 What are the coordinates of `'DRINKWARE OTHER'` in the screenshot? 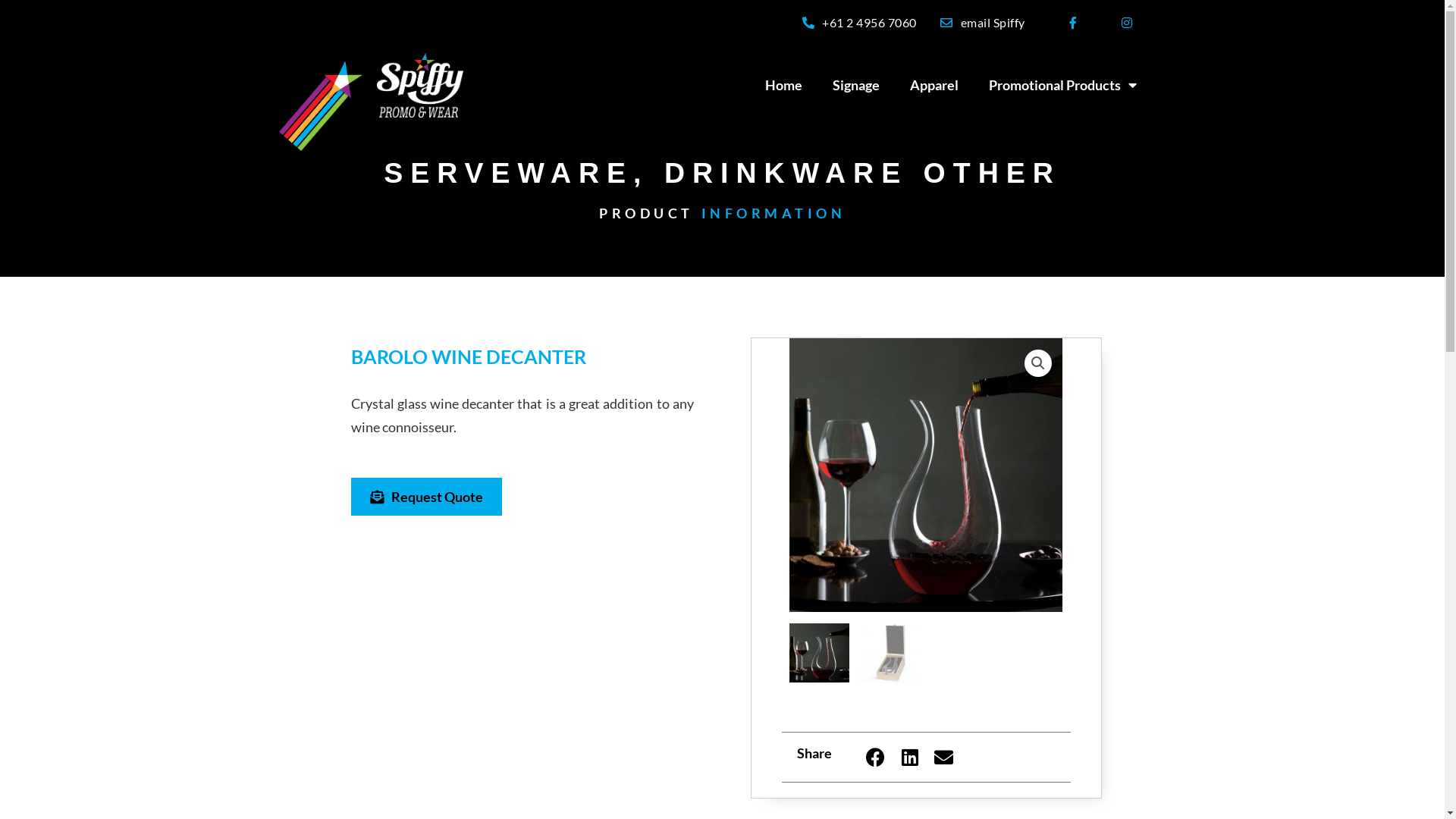 It's located at (862, 171).